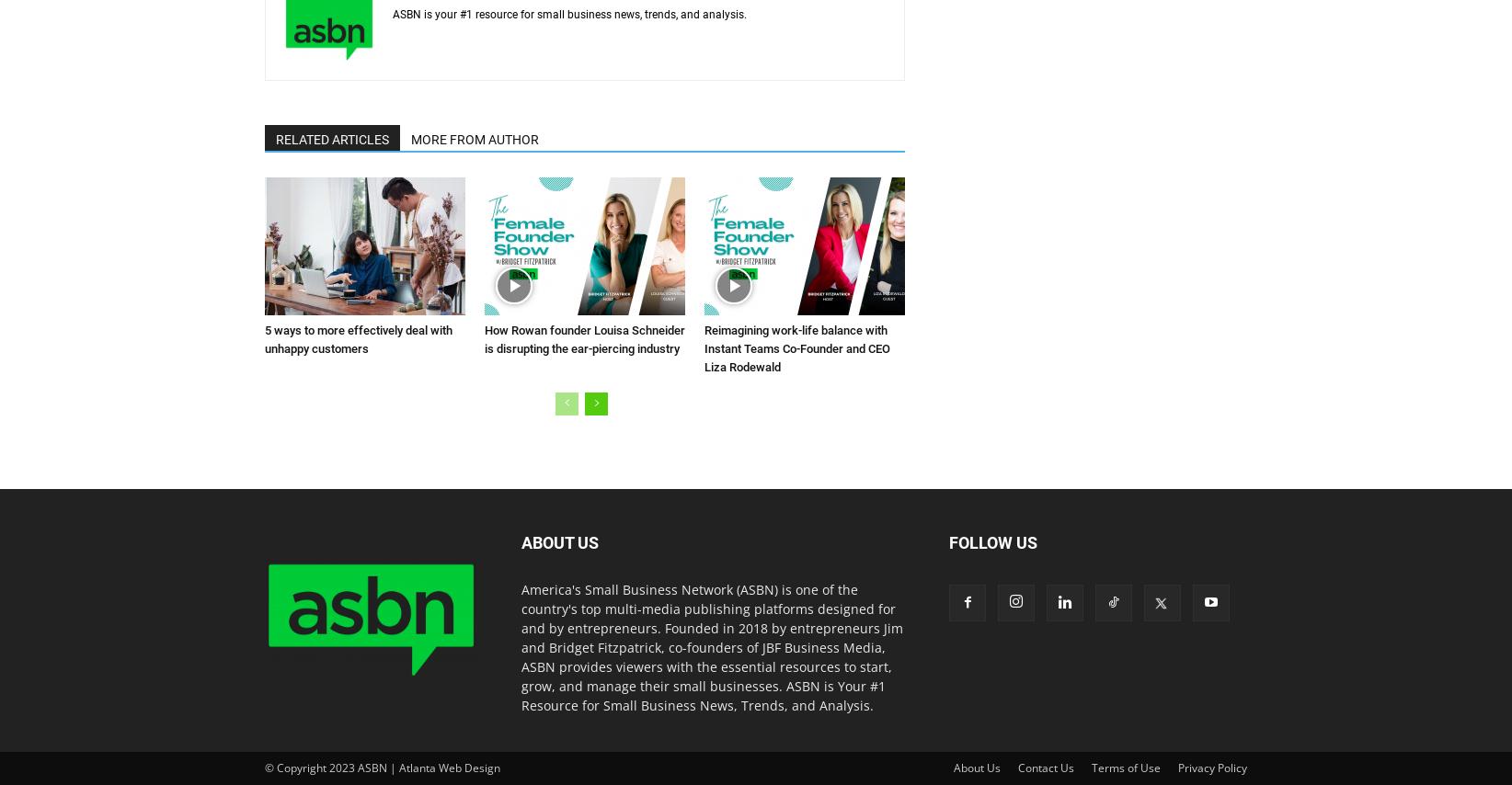 This screenshot has width=1512, height=785. Describe the element at coordinates (992, 542) in the screenshot. I see `'FOLLOW US'` at that location.